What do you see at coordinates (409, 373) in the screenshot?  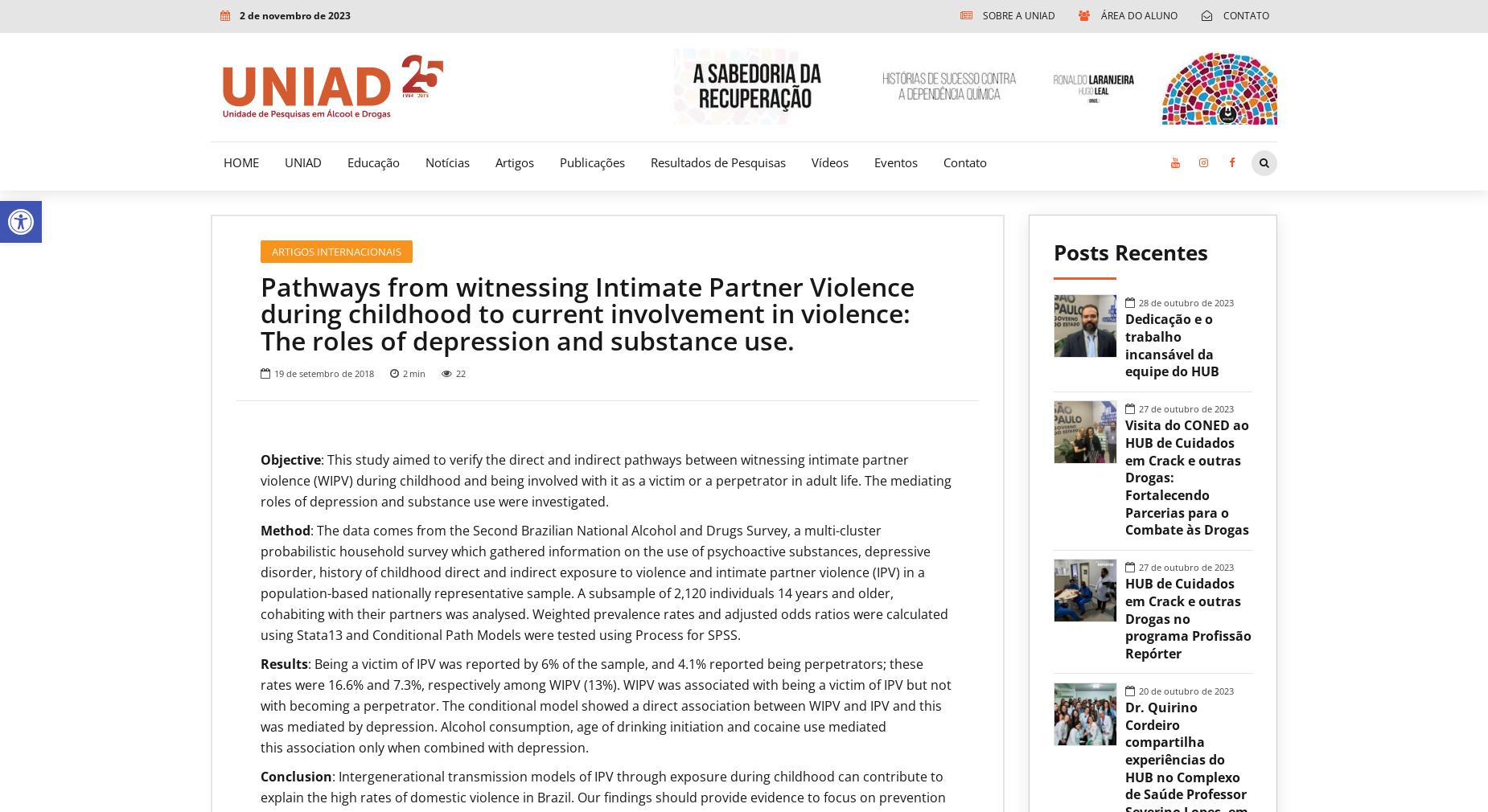 I see `'min'` at bounding box center [409, 373].